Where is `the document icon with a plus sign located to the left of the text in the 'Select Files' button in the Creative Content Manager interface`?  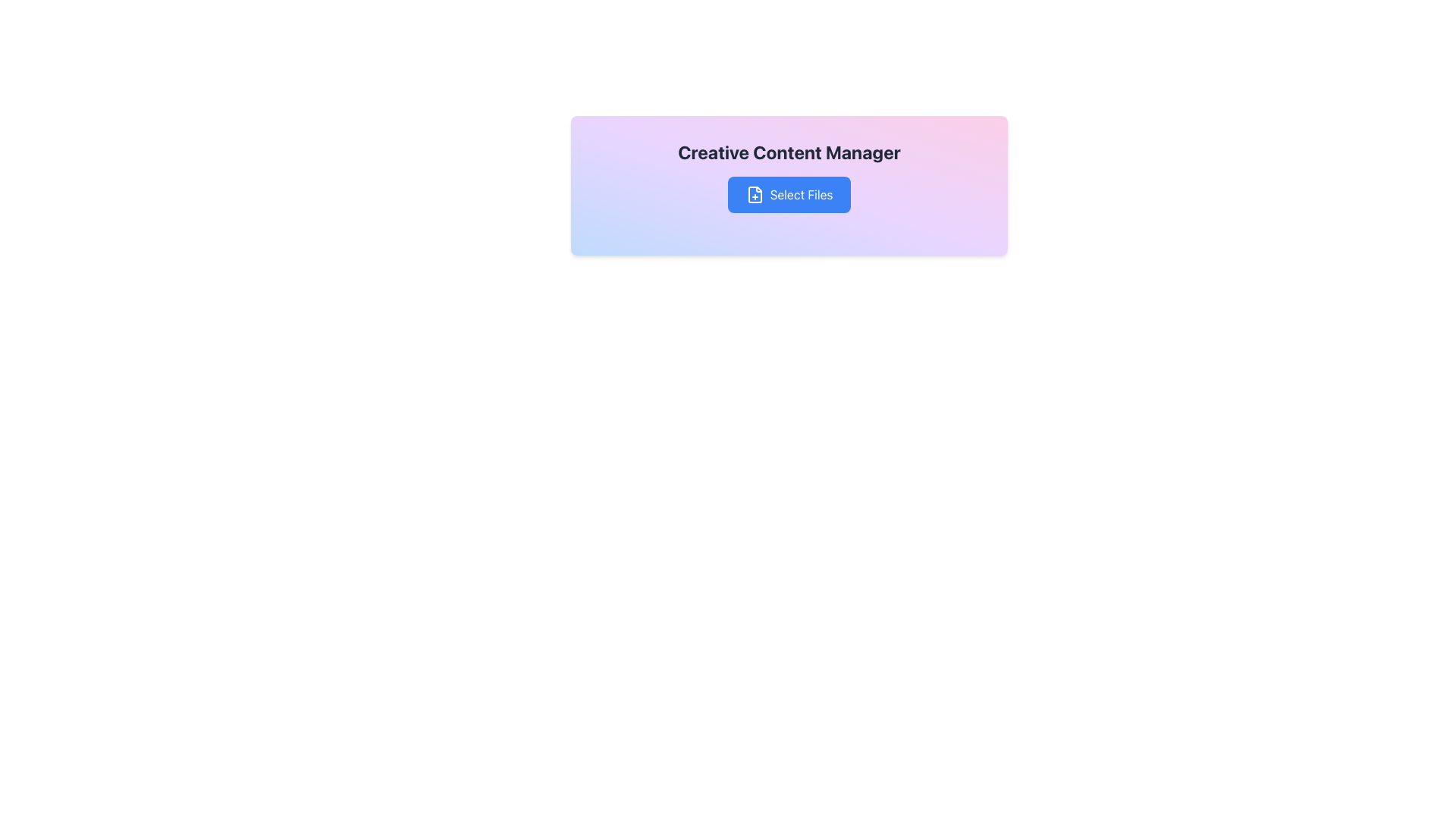
the document icon with a plus sign located to the left of the text in the 'Select Files' button in the Creative Content Manager interface is located at coordinates (755, 194).